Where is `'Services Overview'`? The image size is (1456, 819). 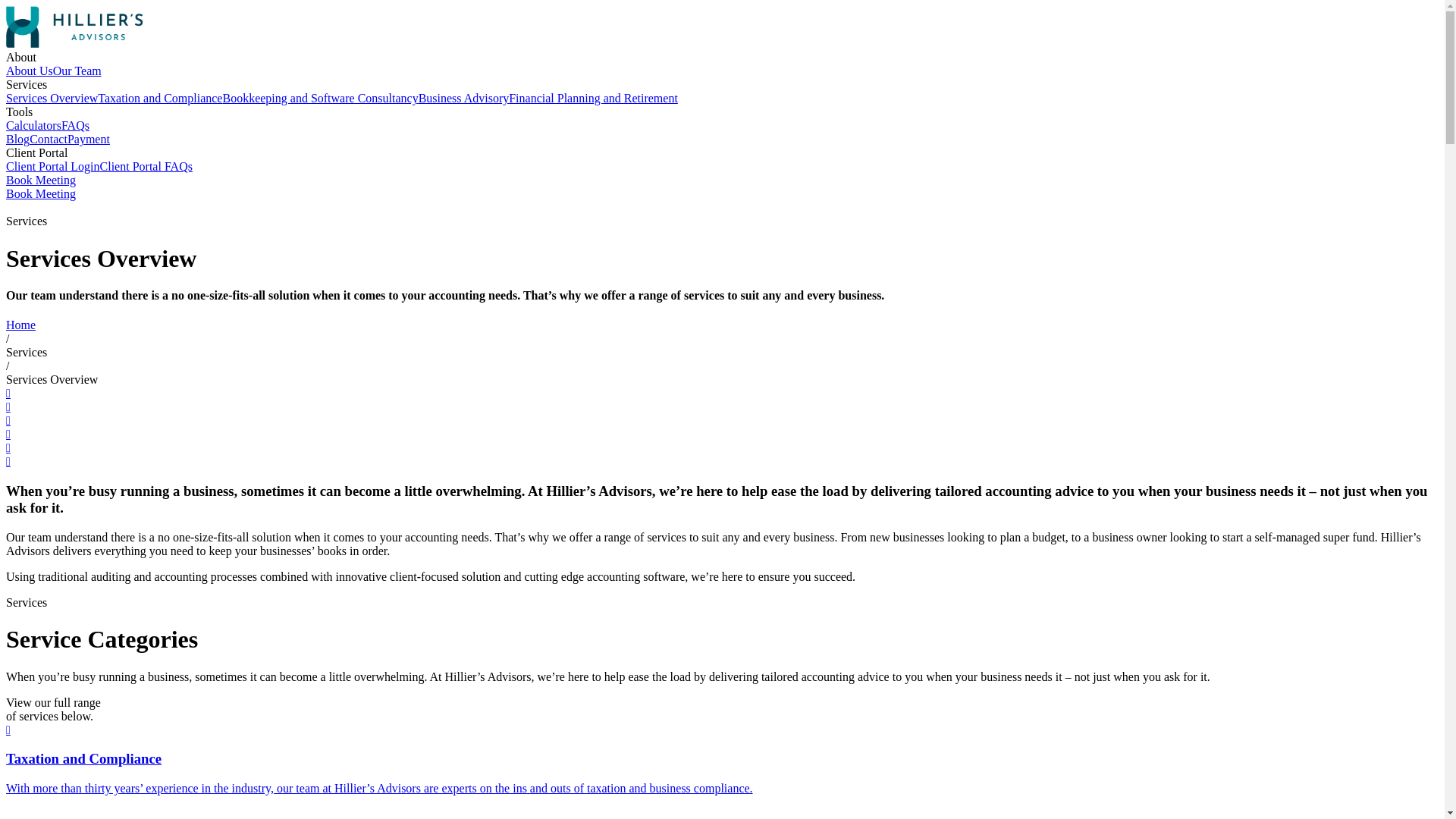 'Services Overview' is located at coordinates (52, 98).